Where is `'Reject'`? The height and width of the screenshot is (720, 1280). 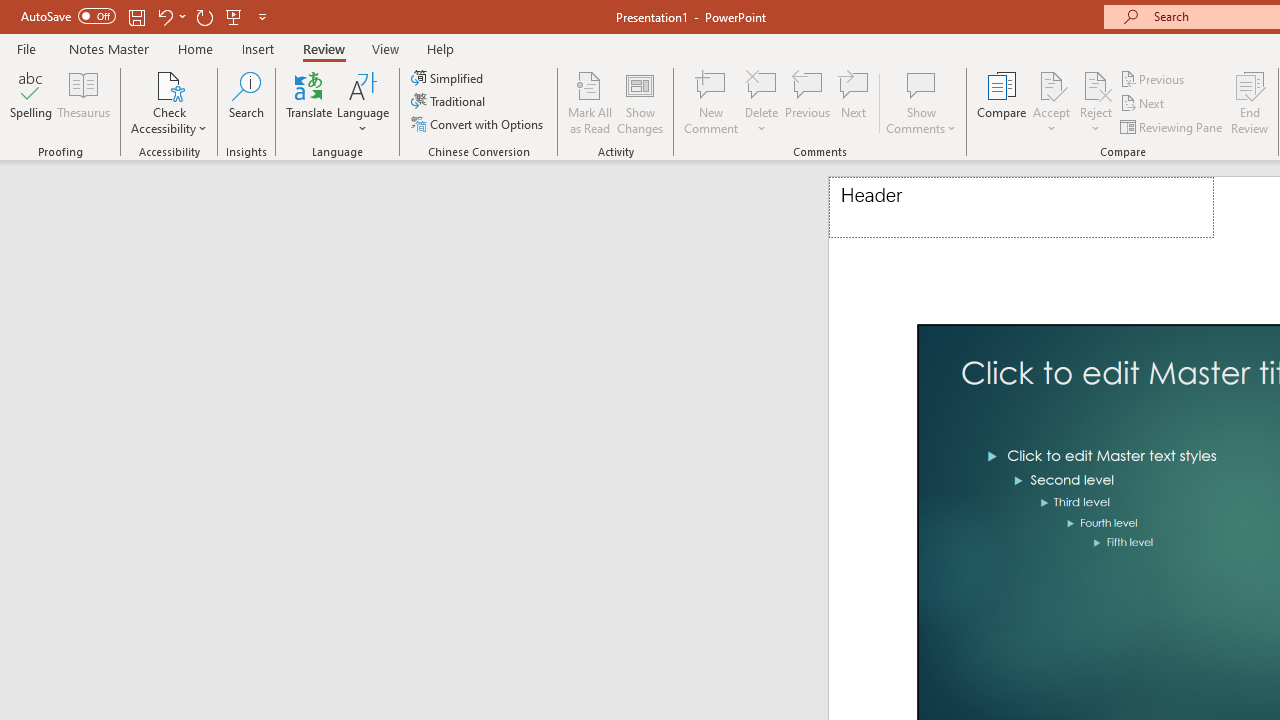
'Reject' is located at coordinates (1095, 103).